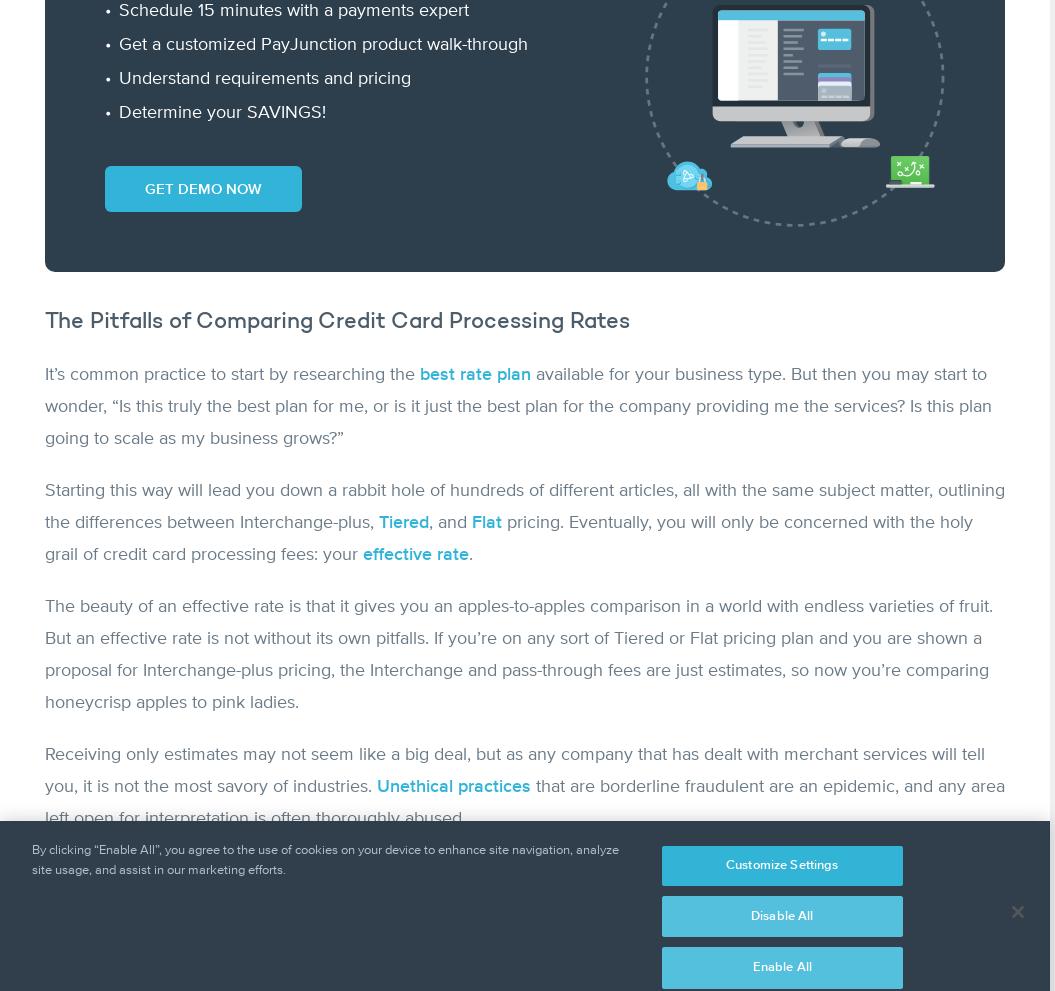 The height and width of the screenshot is (991, 1055). Describe the element at coordinates (470, 552) in the screenshot. I see `'.'` at that location.